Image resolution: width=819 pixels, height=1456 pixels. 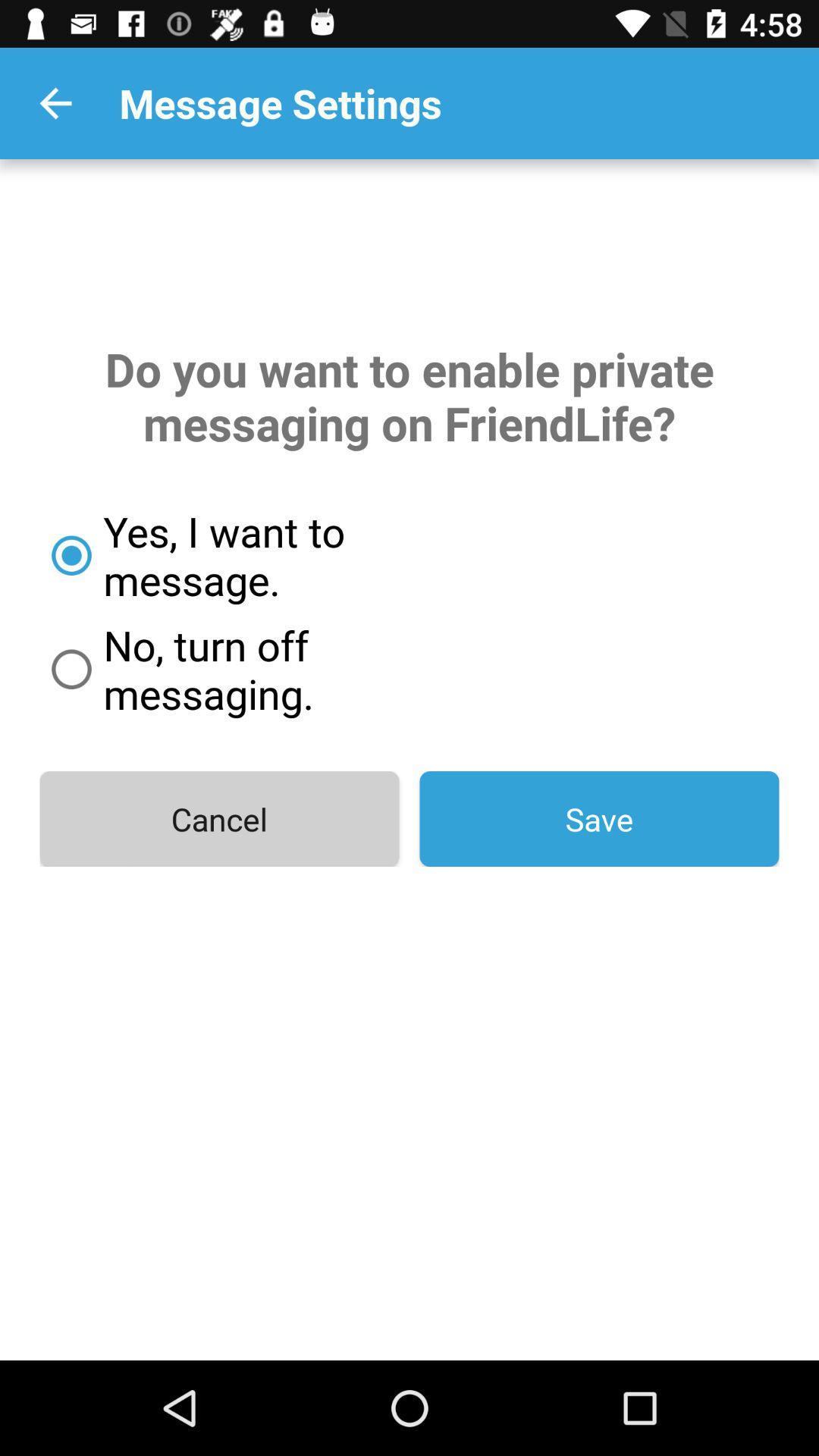 What do you see at coordinates (598, 818) in the screenshot?
I see `item to the right of the cancel` at bounding box center [598, 818].